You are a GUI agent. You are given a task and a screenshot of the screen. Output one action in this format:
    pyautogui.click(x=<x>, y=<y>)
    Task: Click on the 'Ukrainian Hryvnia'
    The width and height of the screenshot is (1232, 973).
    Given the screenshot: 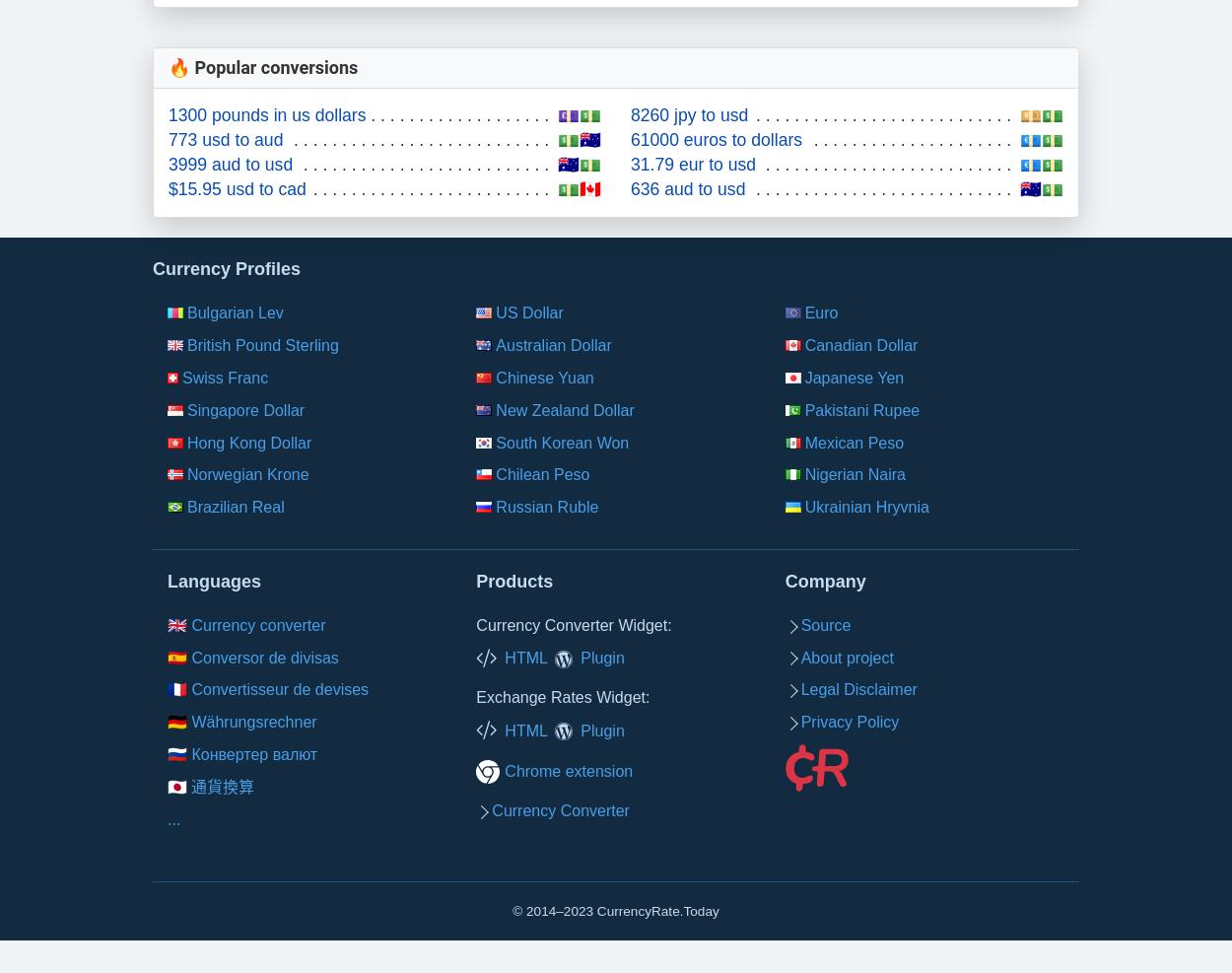 What is the action you would take?
    pyautogui.click(x=866, y=507)
    